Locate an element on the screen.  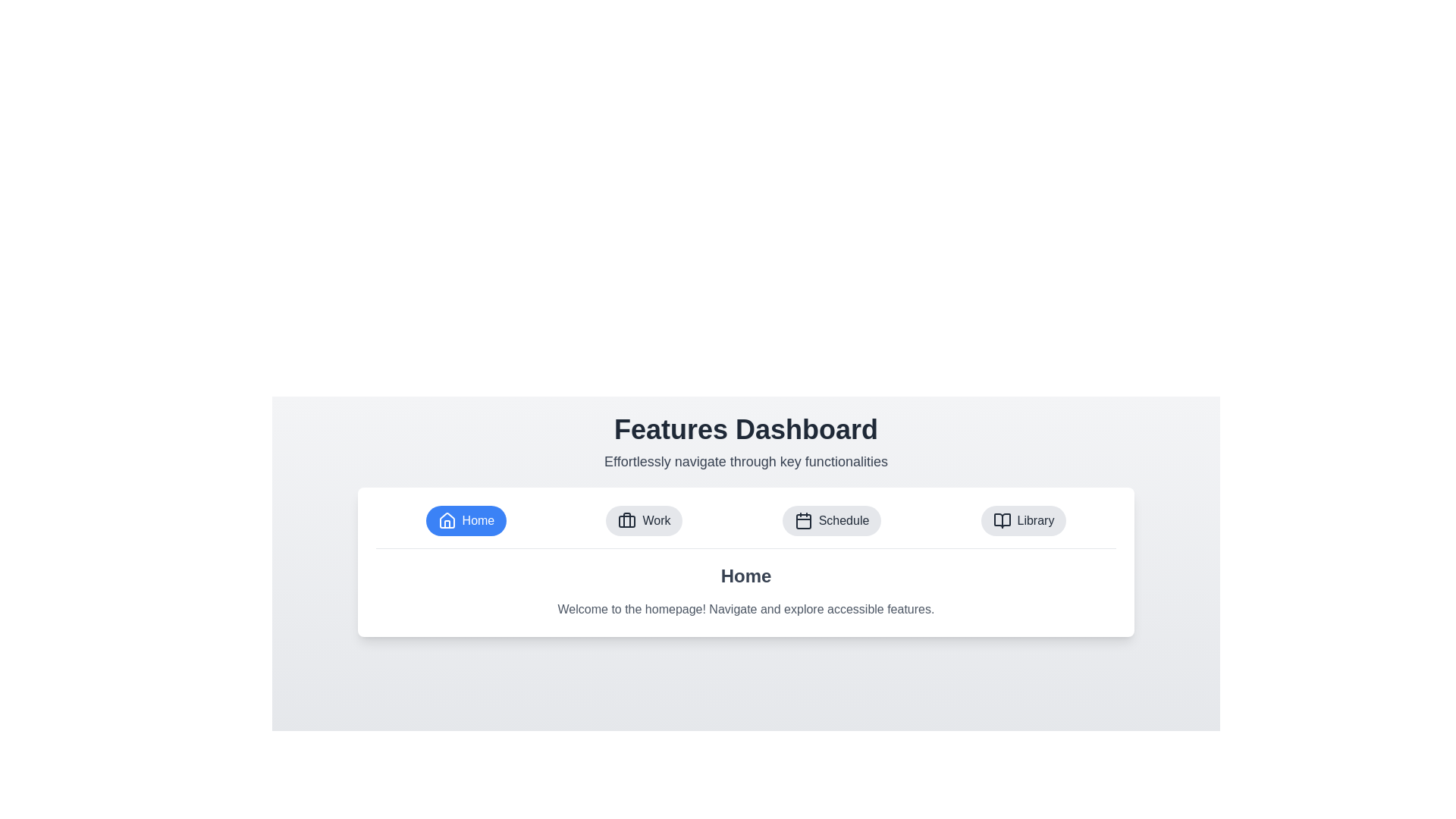
the Library tab to observe its visual feedback is located at coordinates (1023, 519).